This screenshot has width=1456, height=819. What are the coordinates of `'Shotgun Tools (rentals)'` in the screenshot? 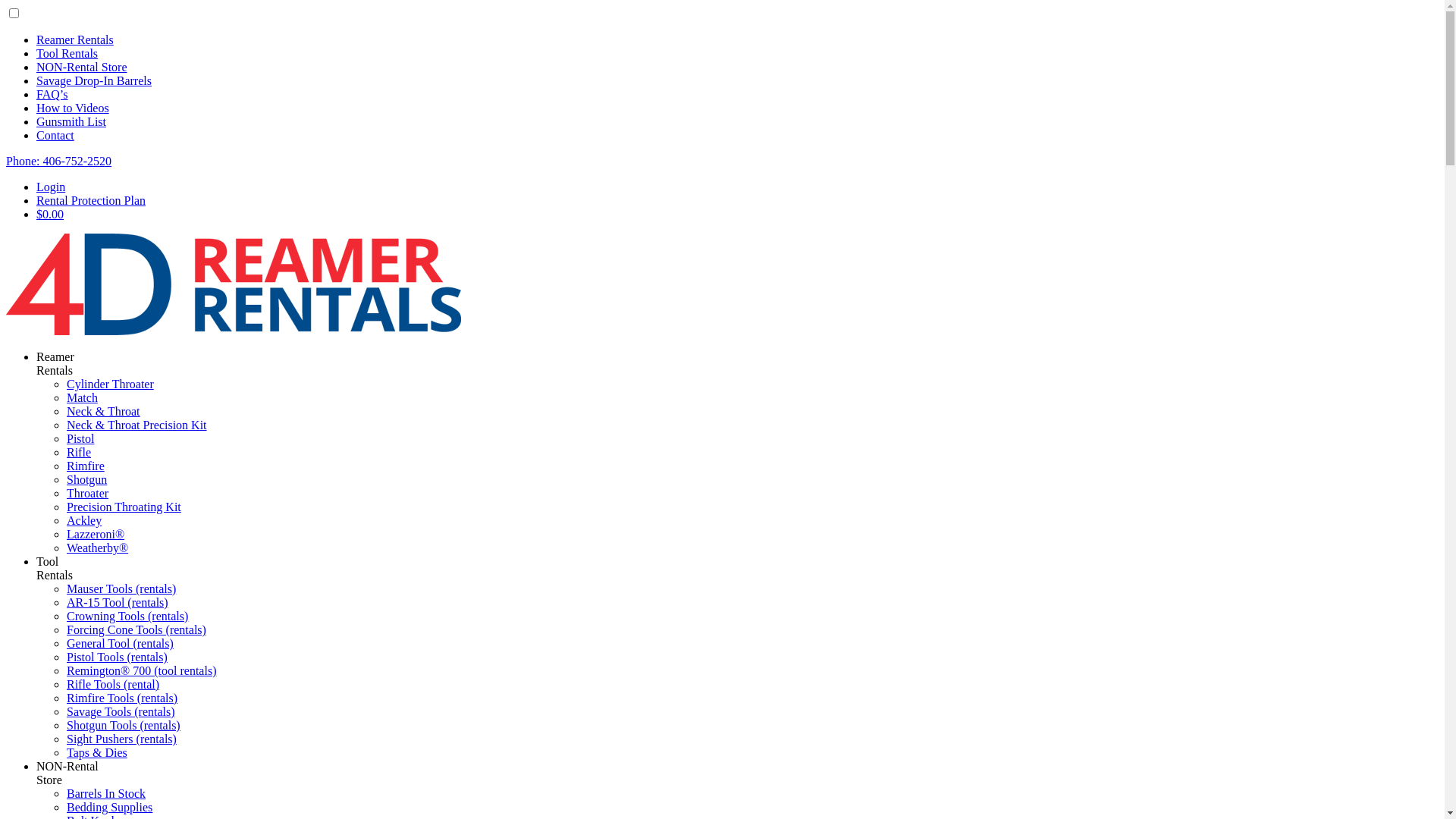 It's located at (124, 724).